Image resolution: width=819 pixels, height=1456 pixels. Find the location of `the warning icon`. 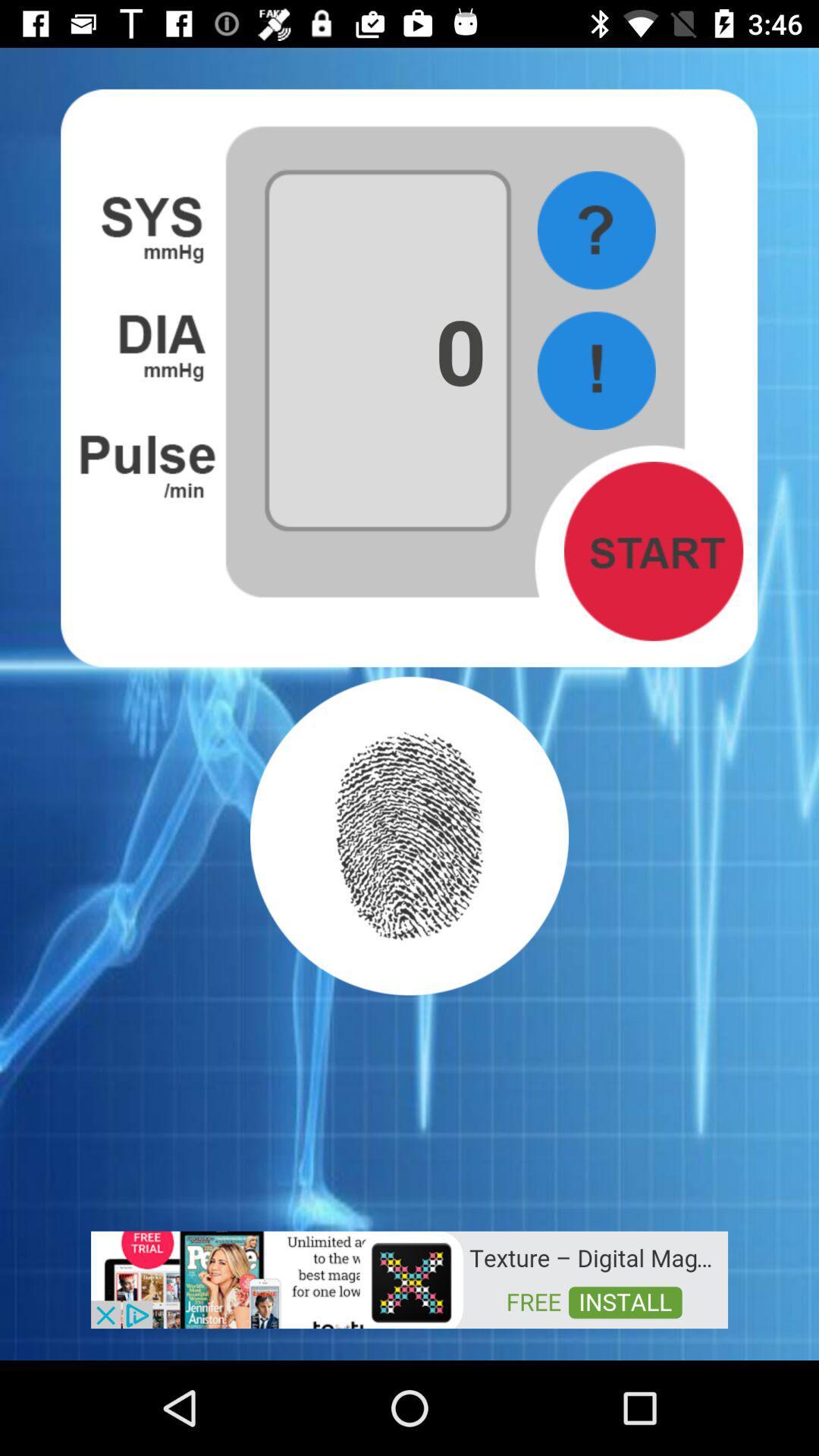

the warning icon is located at coordinates (595, 370).